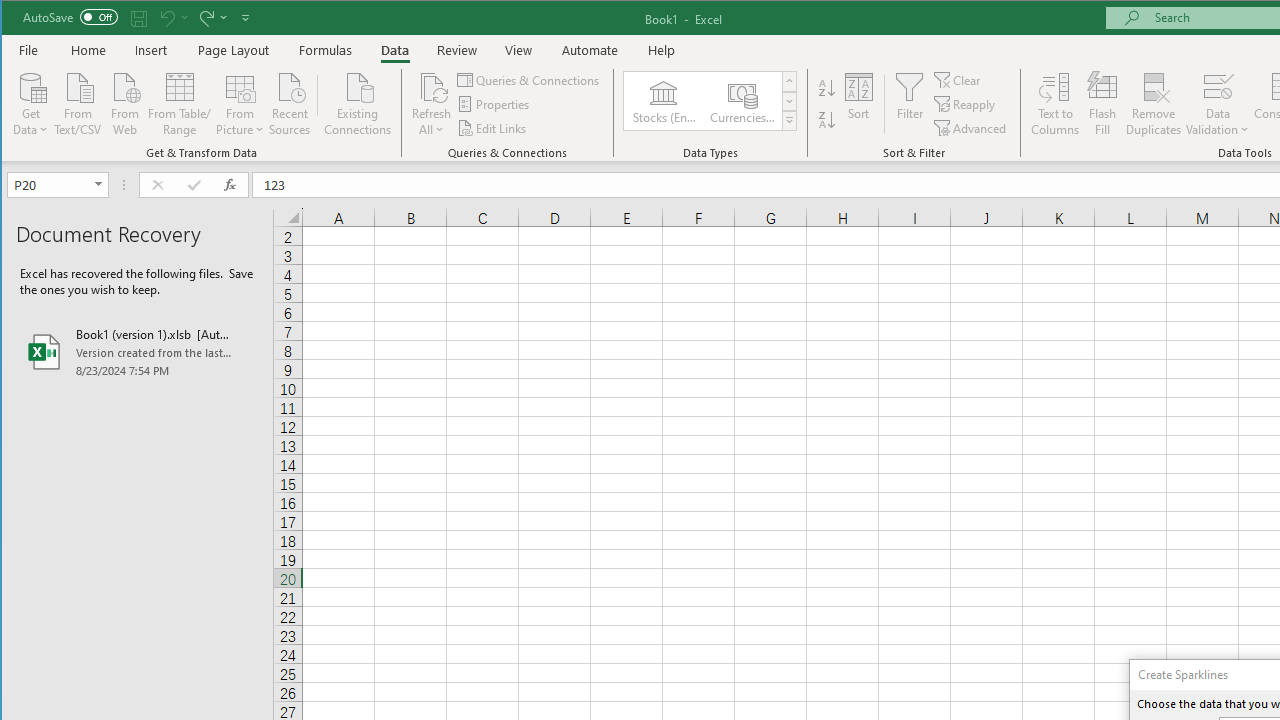 This screenshot has width=1280, height=720. What do you see at coordinates (663, 100) in the screenshot?
I see `'Stocks (English)'` at bounding box center [663, 100].